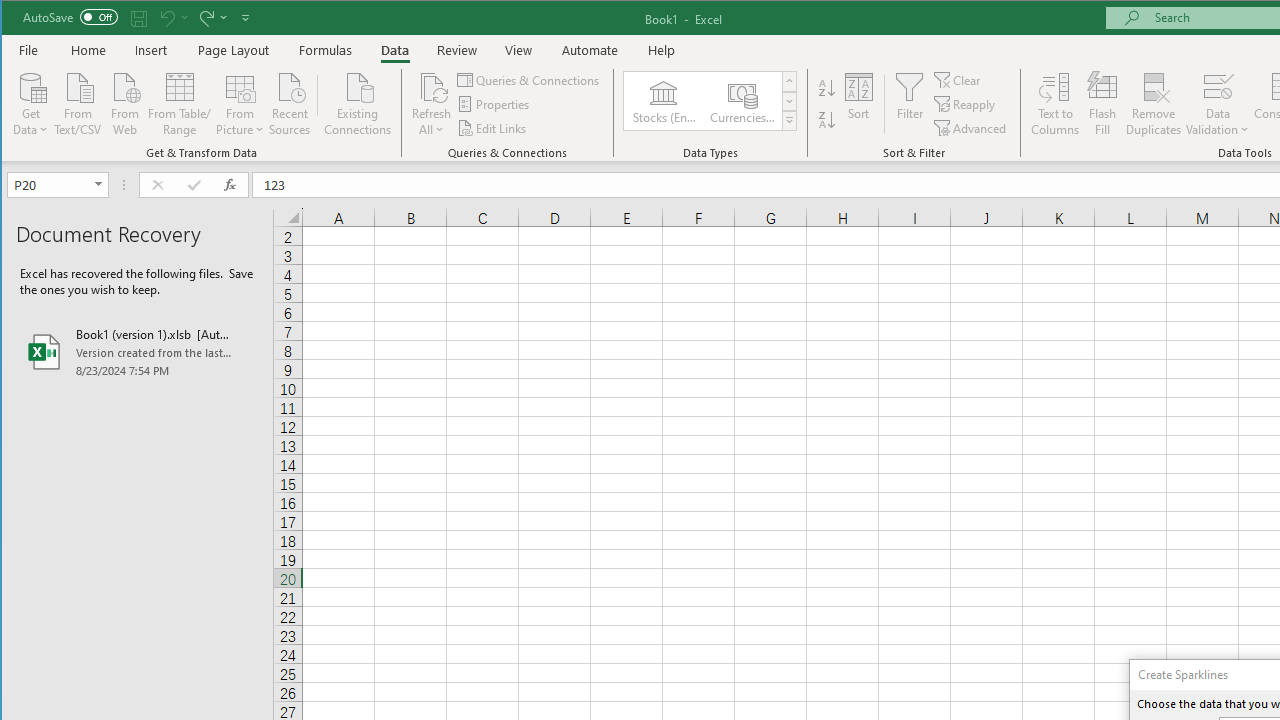 This screenshot has width=1280, height=720. What do you see at coordinates (663, 100) in the screenshot?
I see `'Stocks (English)'` at bounding box center [663, 100].